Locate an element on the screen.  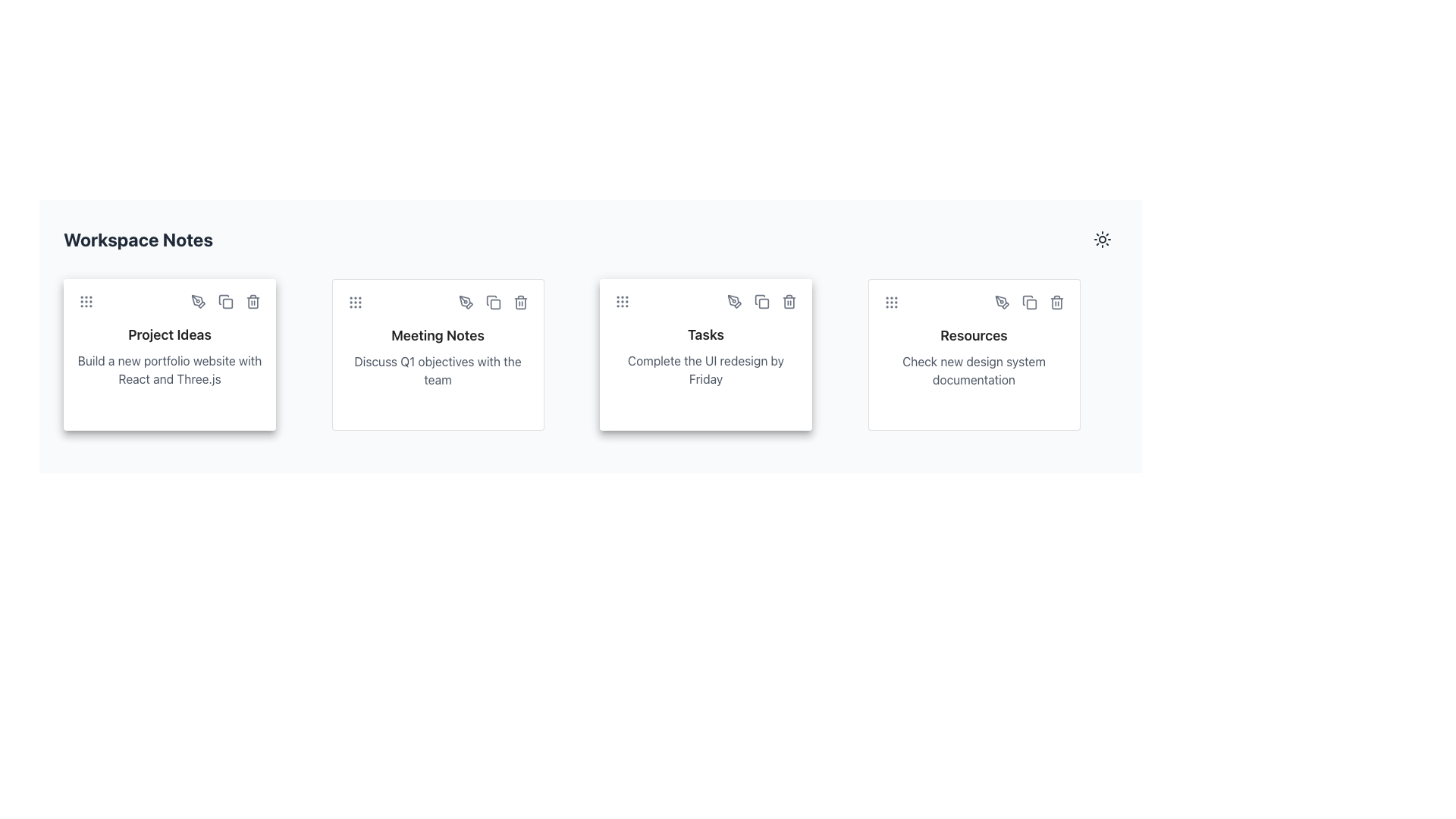
information displayed in the static text label that says 'Check new design system documentation', located at the bottom of the 'Resources' block is located at coordinates (974, 371).